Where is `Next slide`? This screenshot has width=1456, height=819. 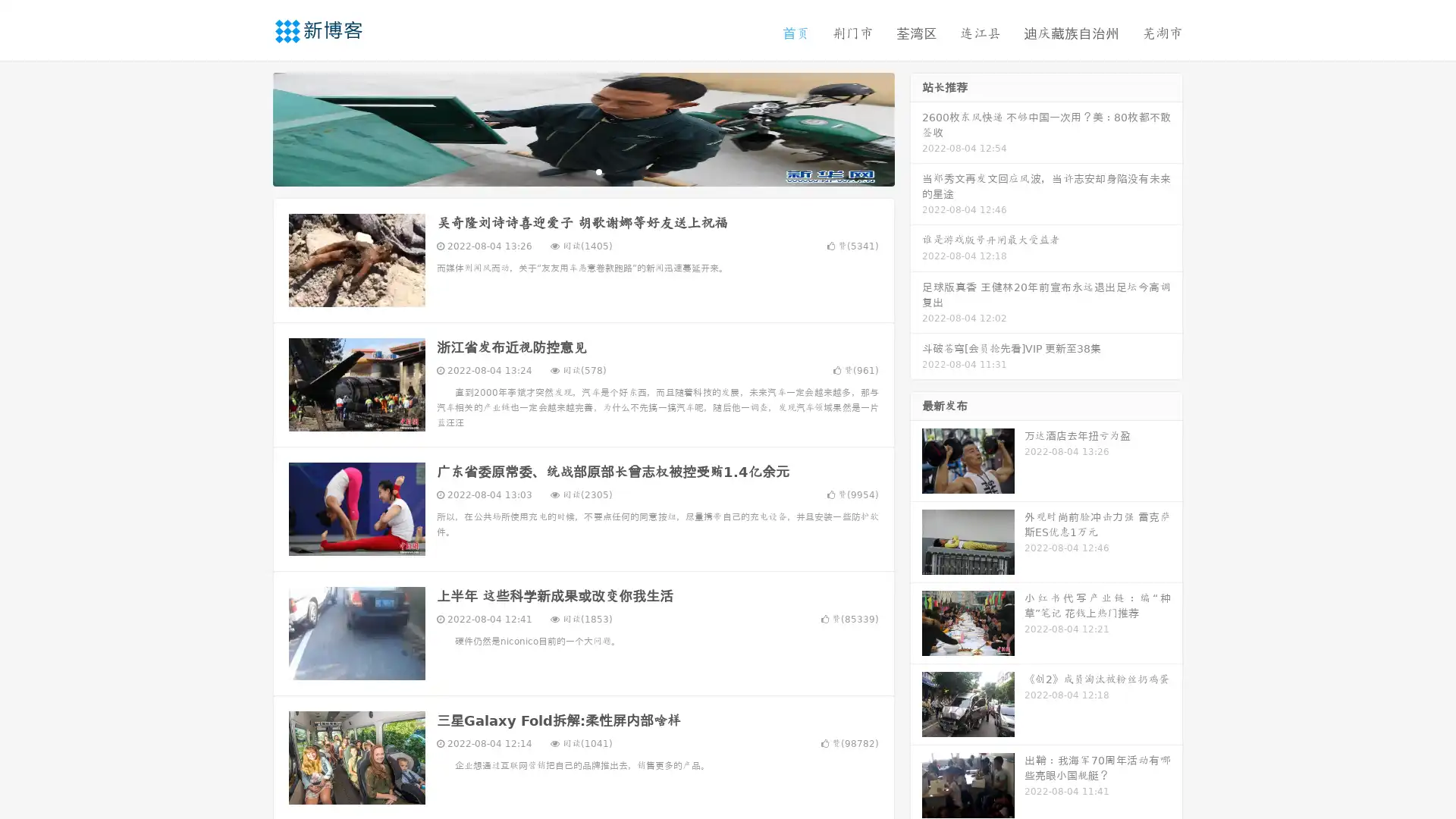 Next slide is located at coordinates (916, 127).